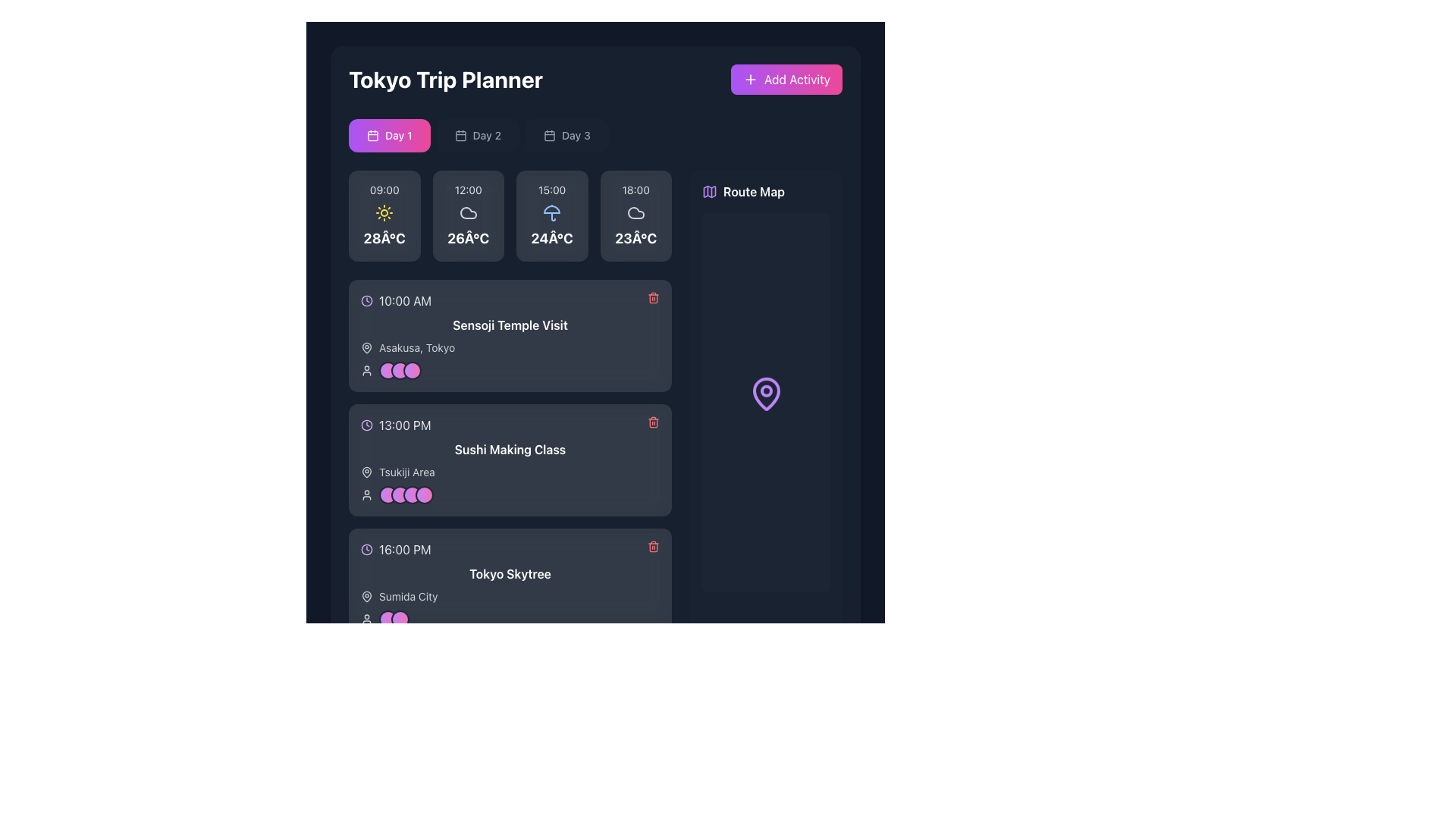 The height and width of the screenshot is (819, 1456). Describe the element at coordinates (417, 348) in the screenshot. I see `attention on the adjacent interactive elements of the text label displaying 'Asakusa, Tokyo' in the Sensoji Temple Visit section by moving the cursor over the map pin icon to the left of it` at that location.